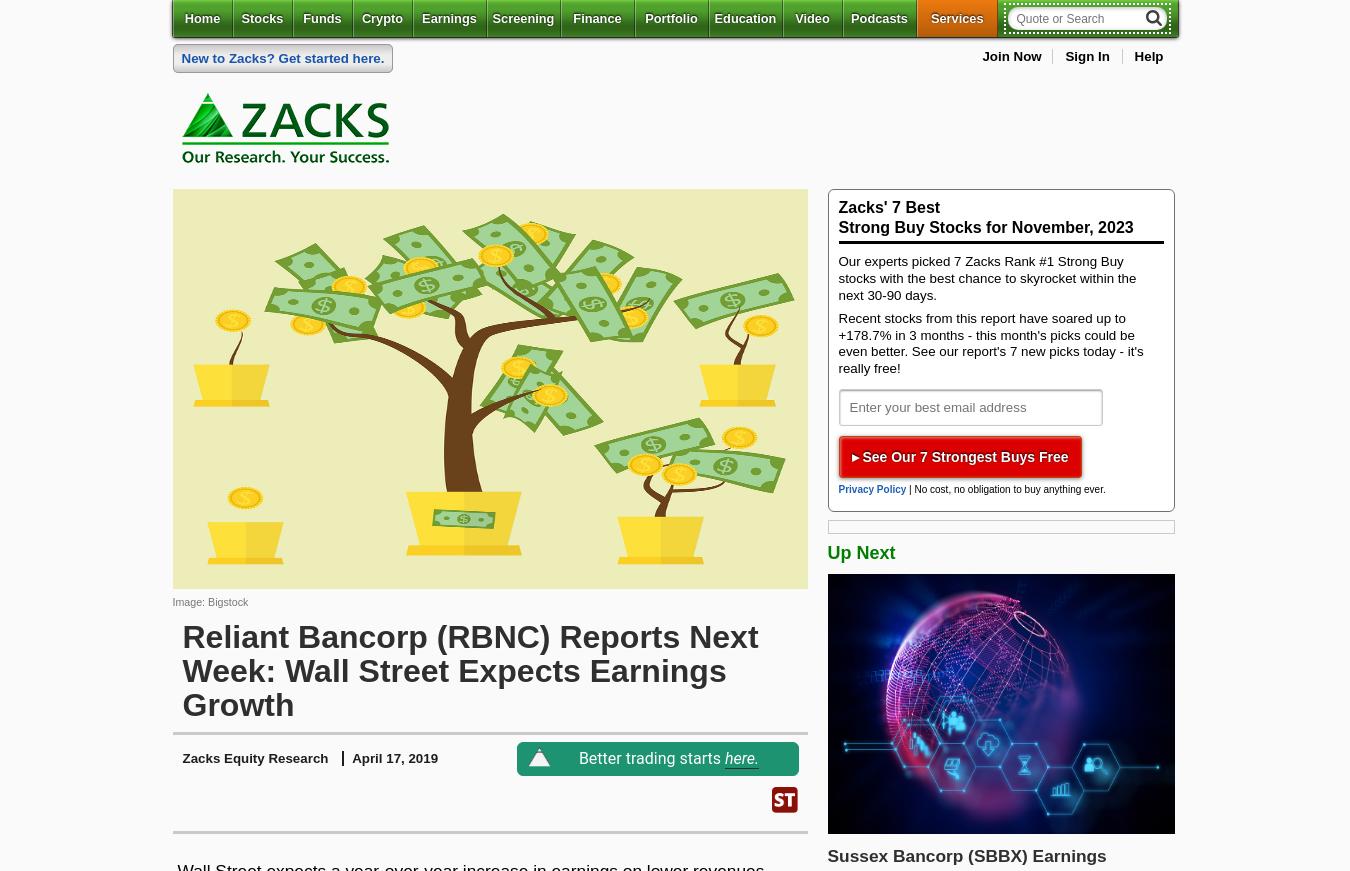 The height and width of the screenshot is (871, 1350). Describe the element at coordinates (837, 227) in the screenshot. I see `'Strong Buy Stocks for November, 2023'` at that location.